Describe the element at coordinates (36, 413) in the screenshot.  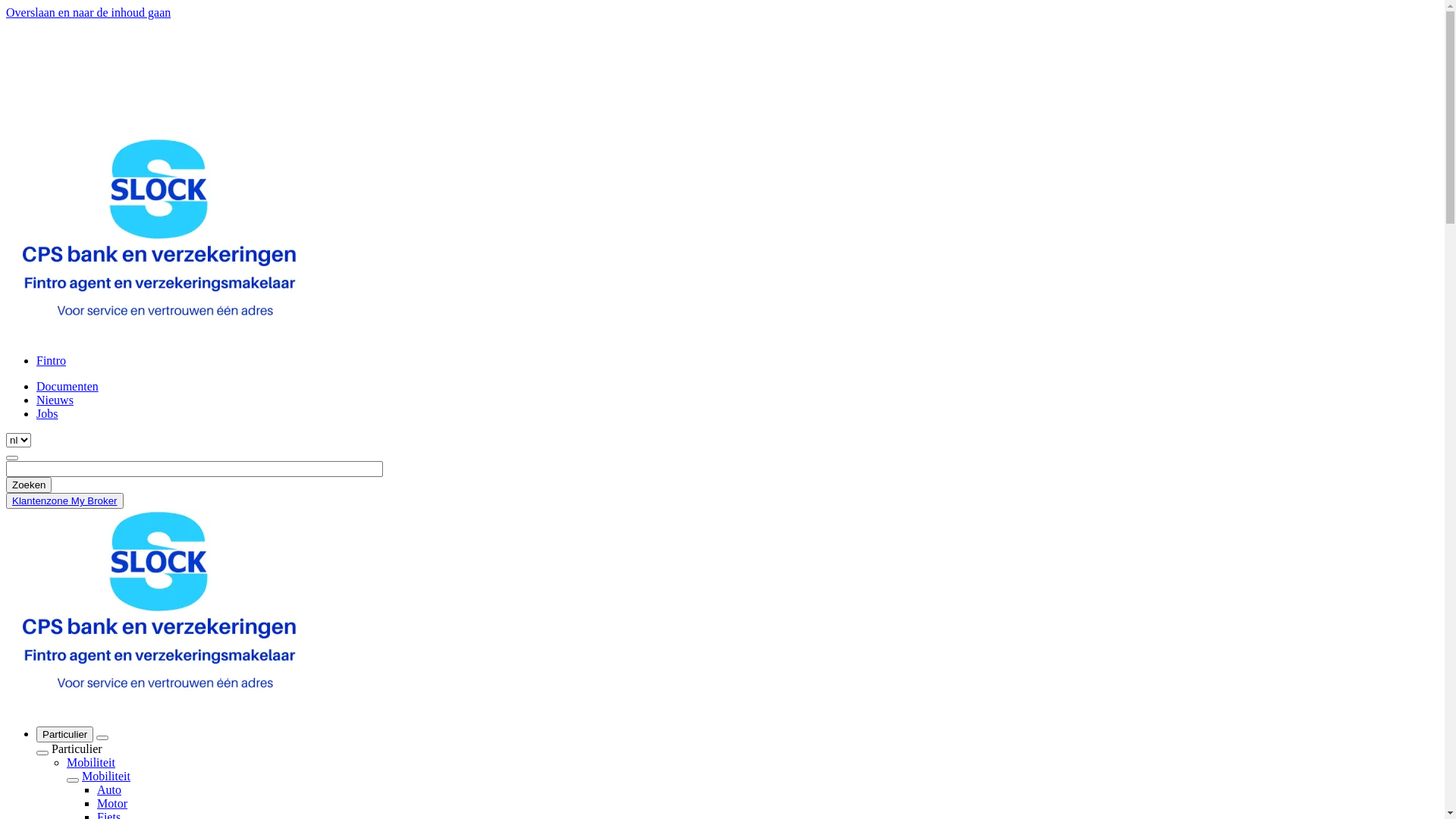
I see `'Jobs'` at that location.